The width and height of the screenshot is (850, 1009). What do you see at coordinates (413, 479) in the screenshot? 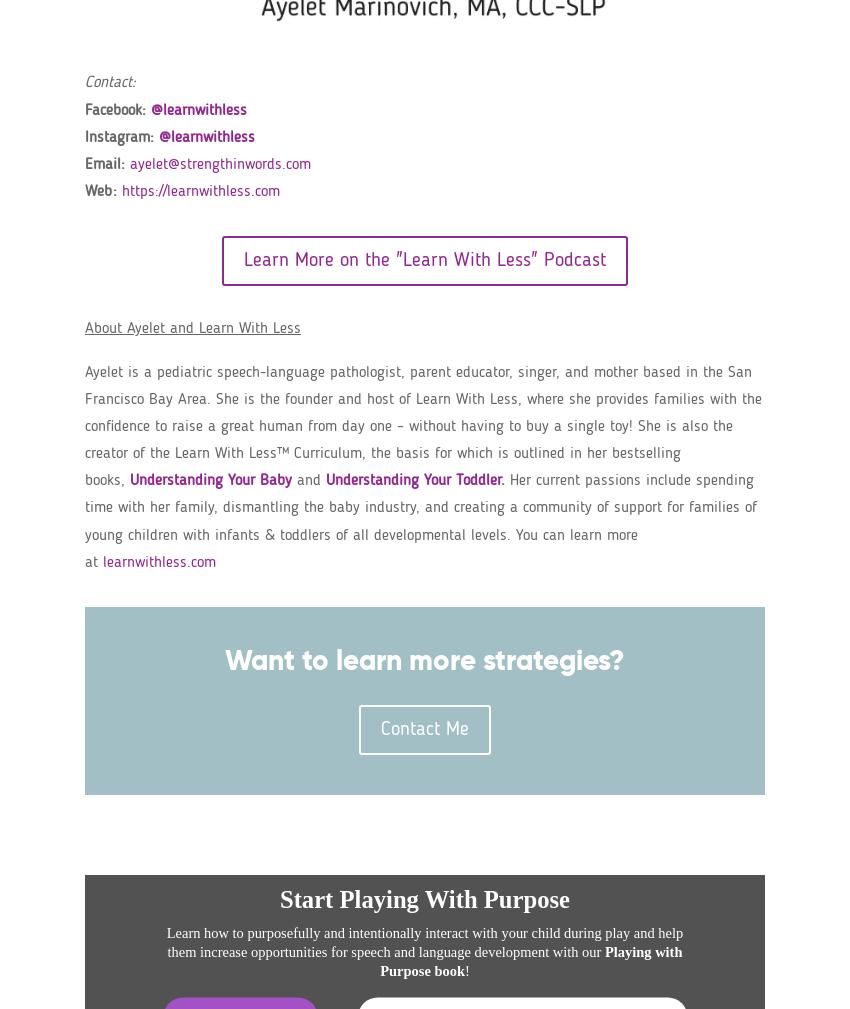
I see `'Understanding Your Toddler'` at bounding box center [413, 479].